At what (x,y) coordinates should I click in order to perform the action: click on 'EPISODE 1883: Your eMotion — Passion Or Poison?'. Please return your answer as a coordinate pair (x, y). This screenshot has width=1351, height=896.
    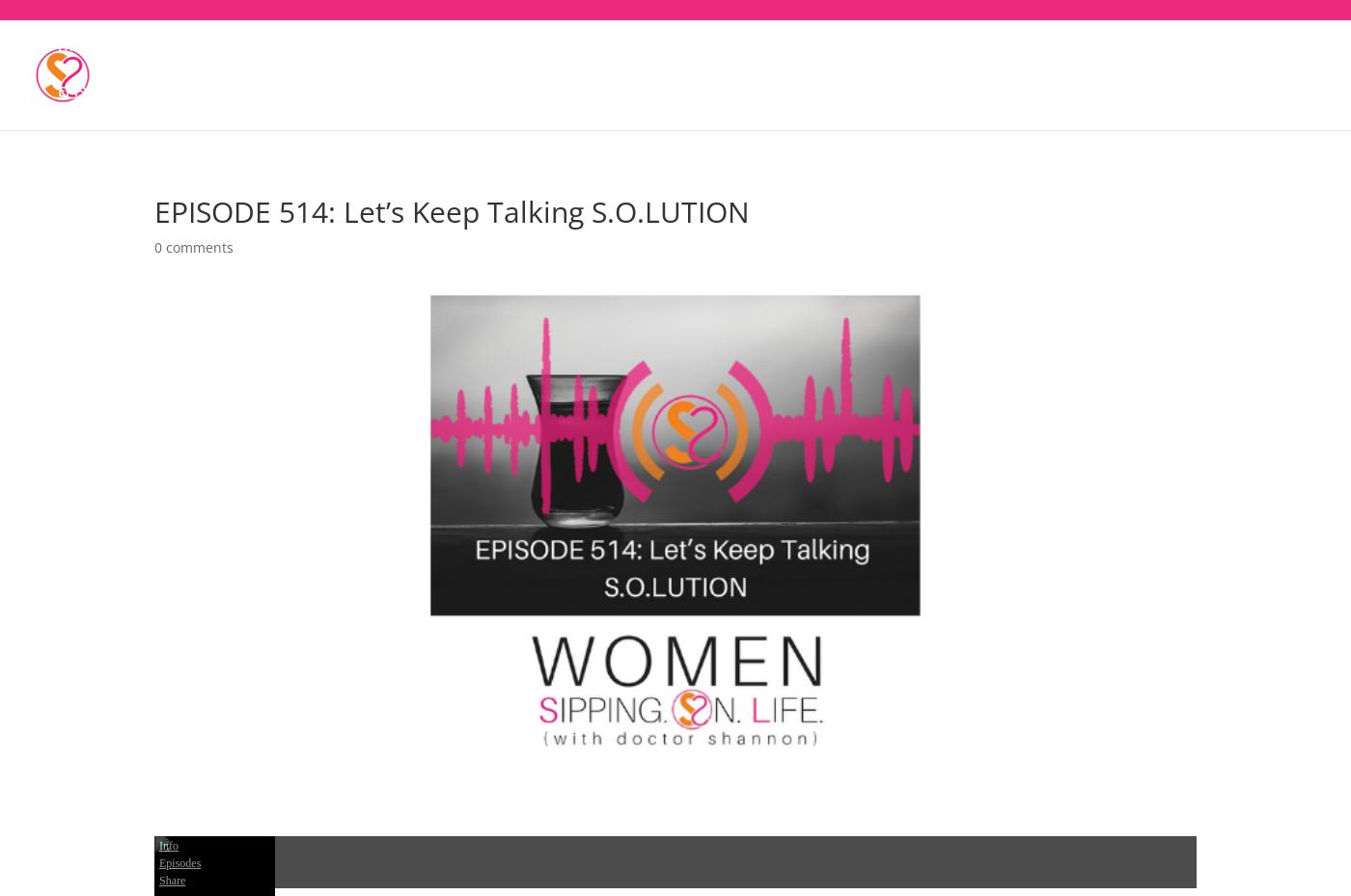
    Looking at the image, I should click on (226, 103).